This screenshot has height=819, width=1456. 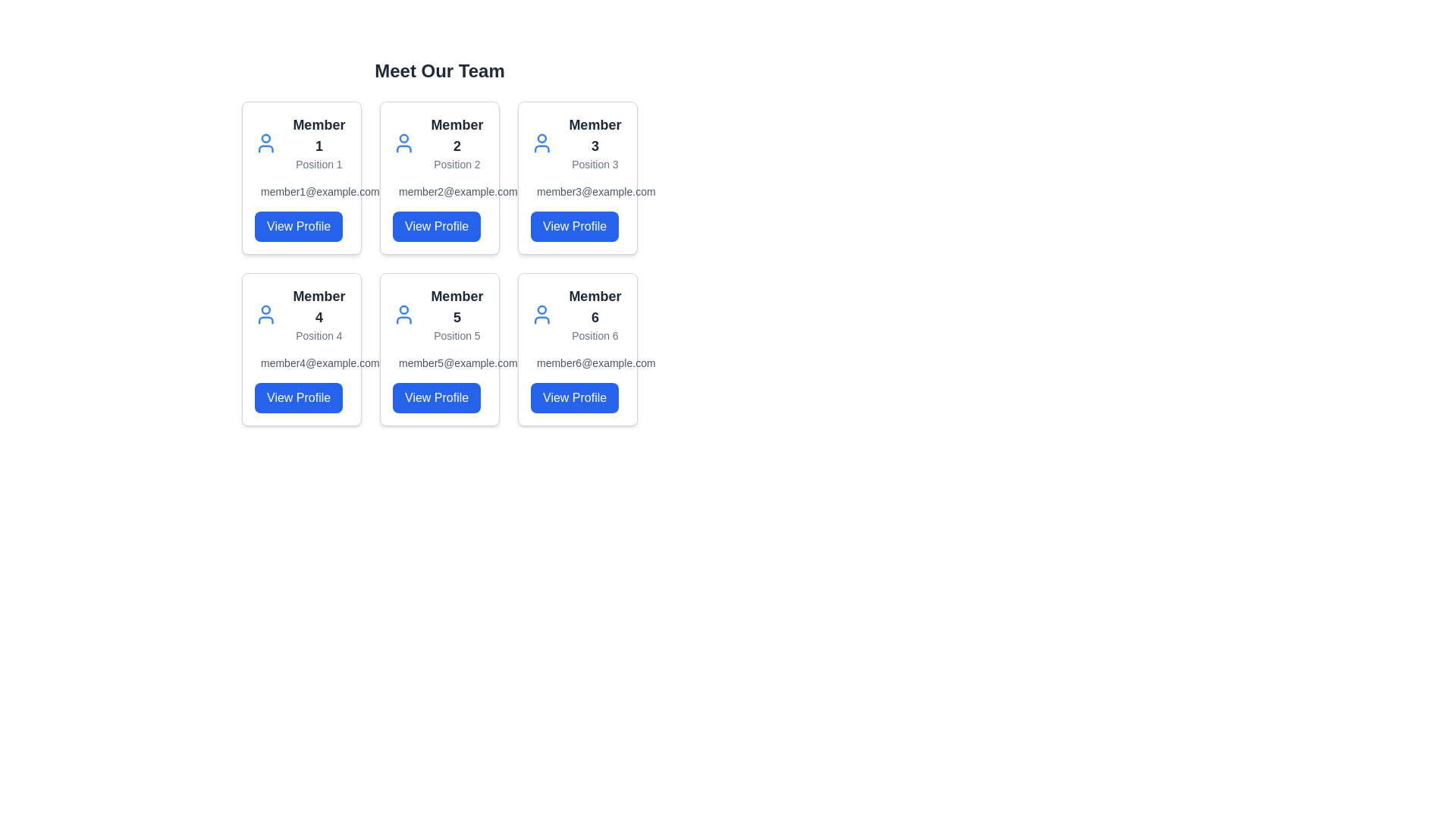 I want to click on the text label displaying the email address 'member6@example.com', which is located above the 'View Profile' button in the card labeled 'Member 6 - Position 6', so click(x=577, y=362).